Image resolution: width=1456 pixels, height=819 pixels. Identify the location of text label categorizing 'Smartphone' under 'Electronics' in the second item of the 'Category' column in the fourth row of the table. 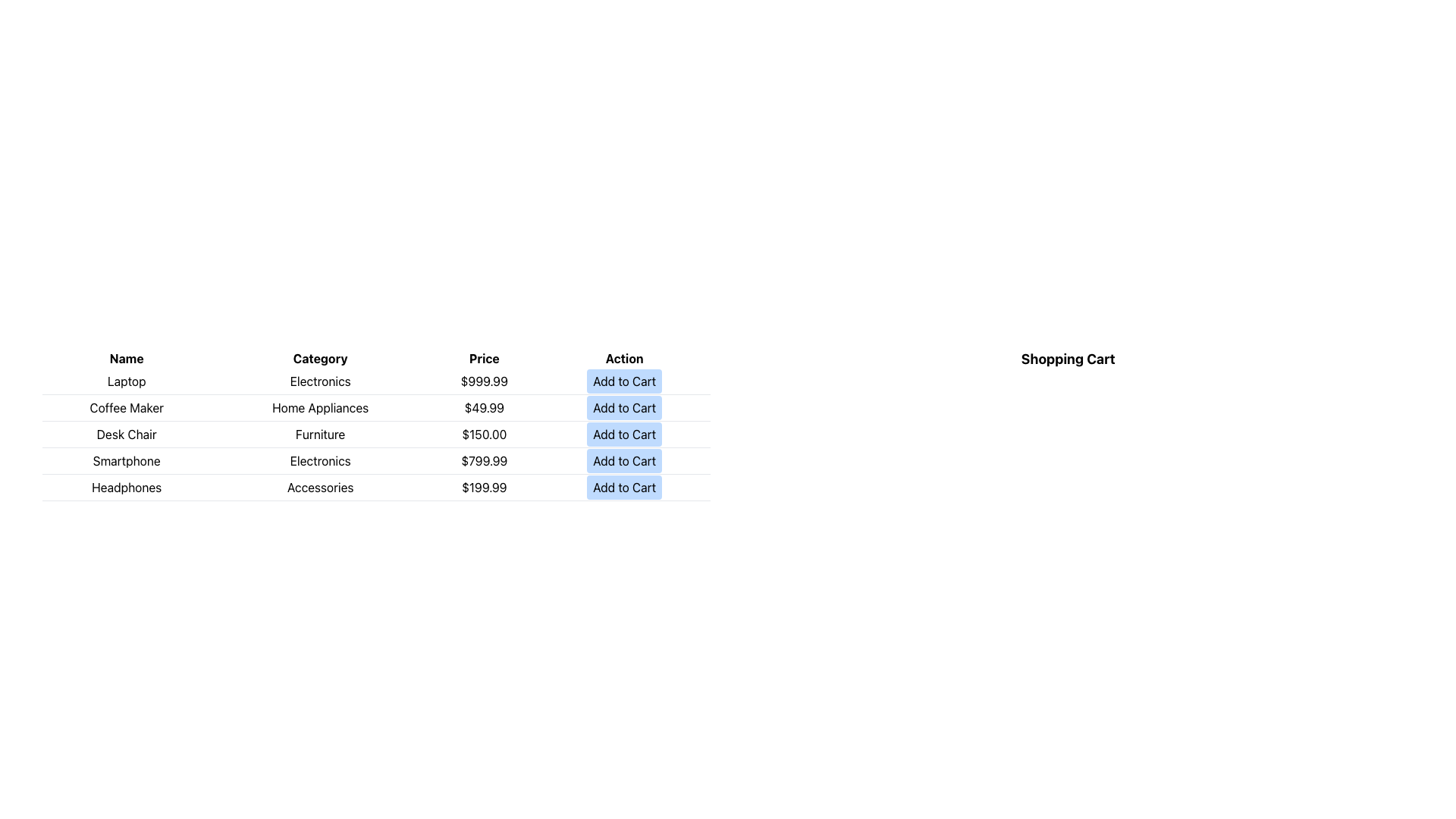
(319, 460).